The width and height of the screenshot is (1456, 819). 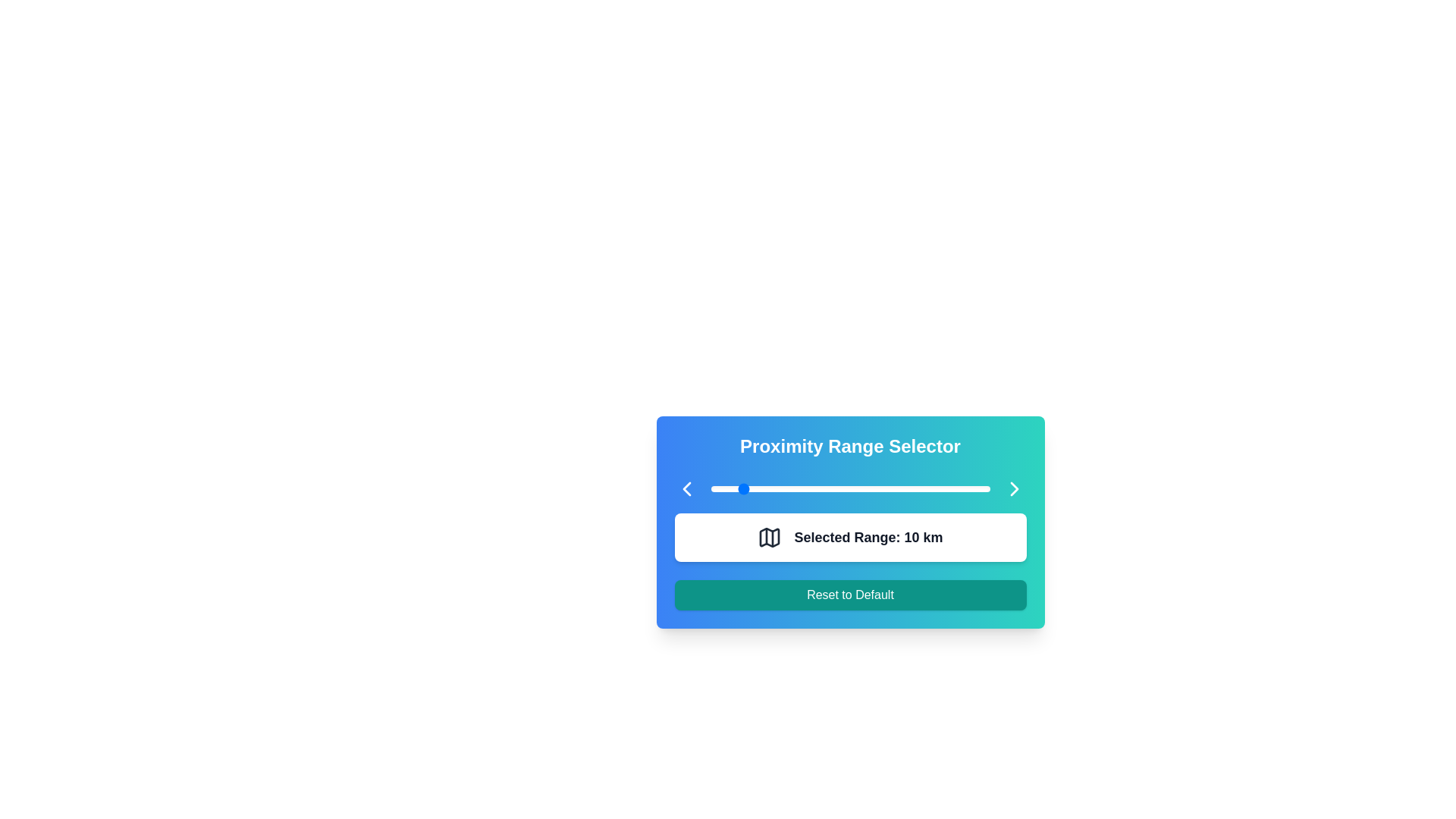 I want to click on the proximity range, so click(x=969, y=488).